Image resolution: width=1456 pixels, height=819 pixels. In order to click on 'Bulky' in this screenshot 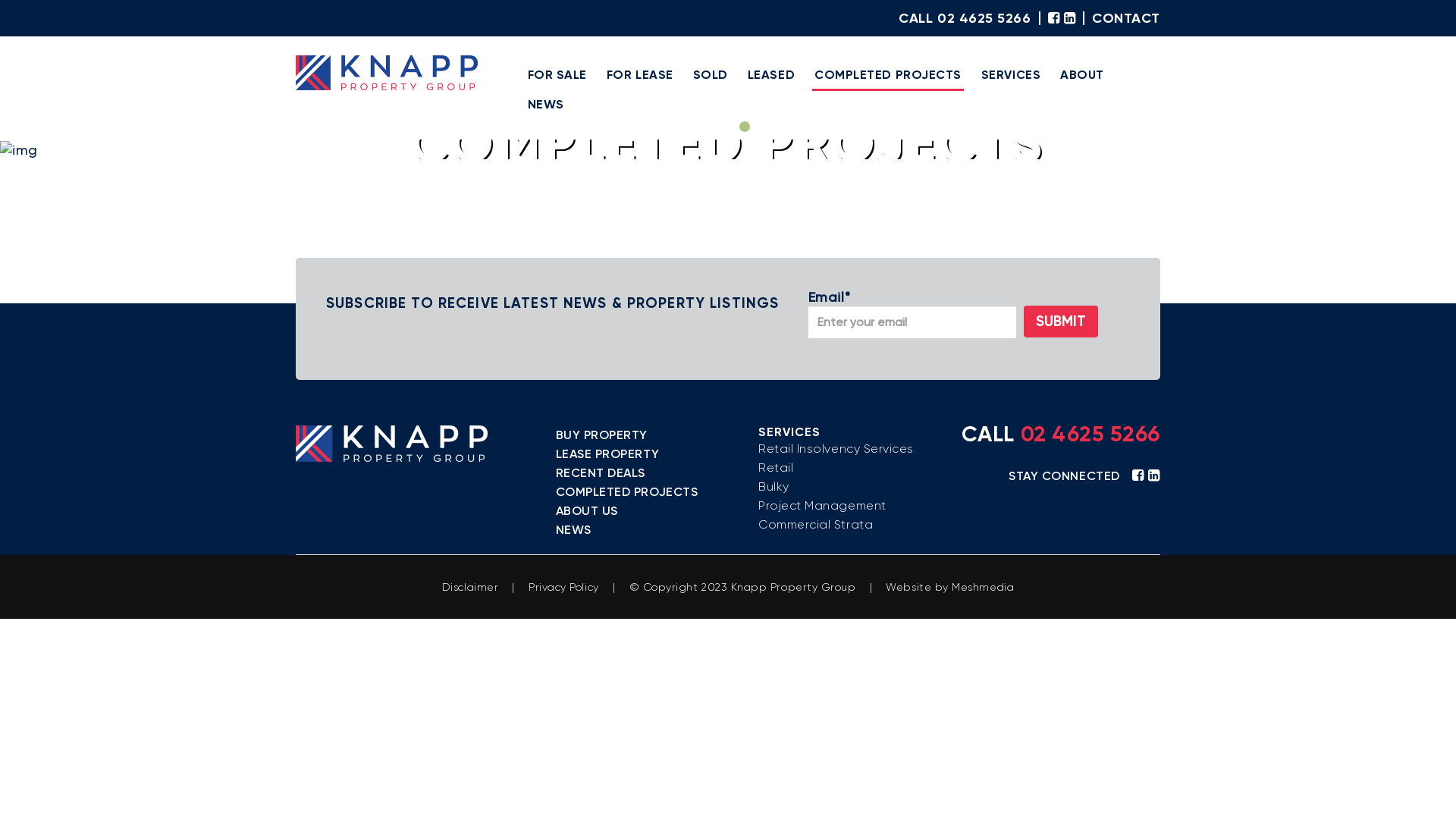, I will do `click(773, 486)`.